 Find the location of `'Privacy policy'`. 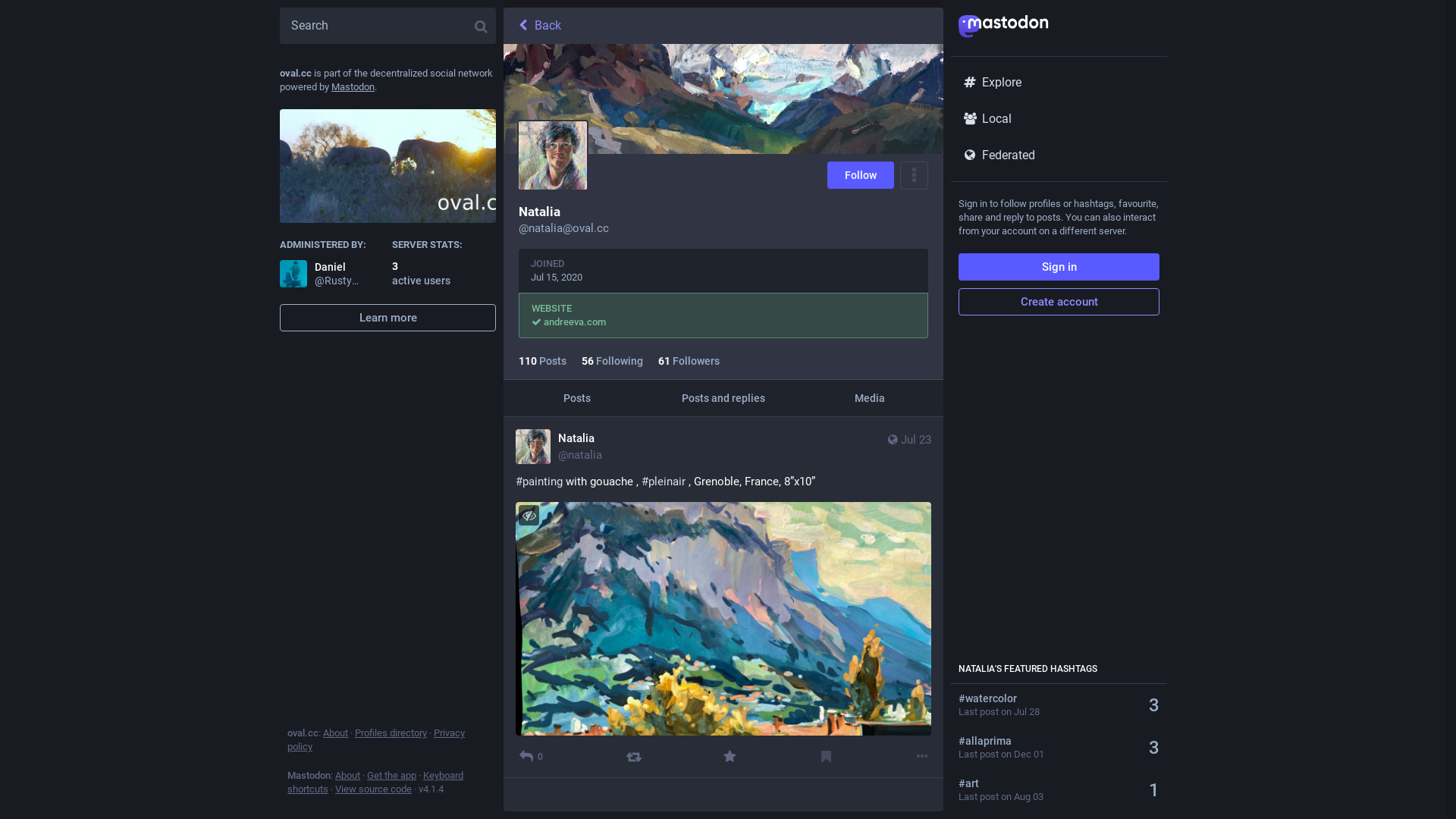

'Privacy policy' is located at coordinates (375, 739).